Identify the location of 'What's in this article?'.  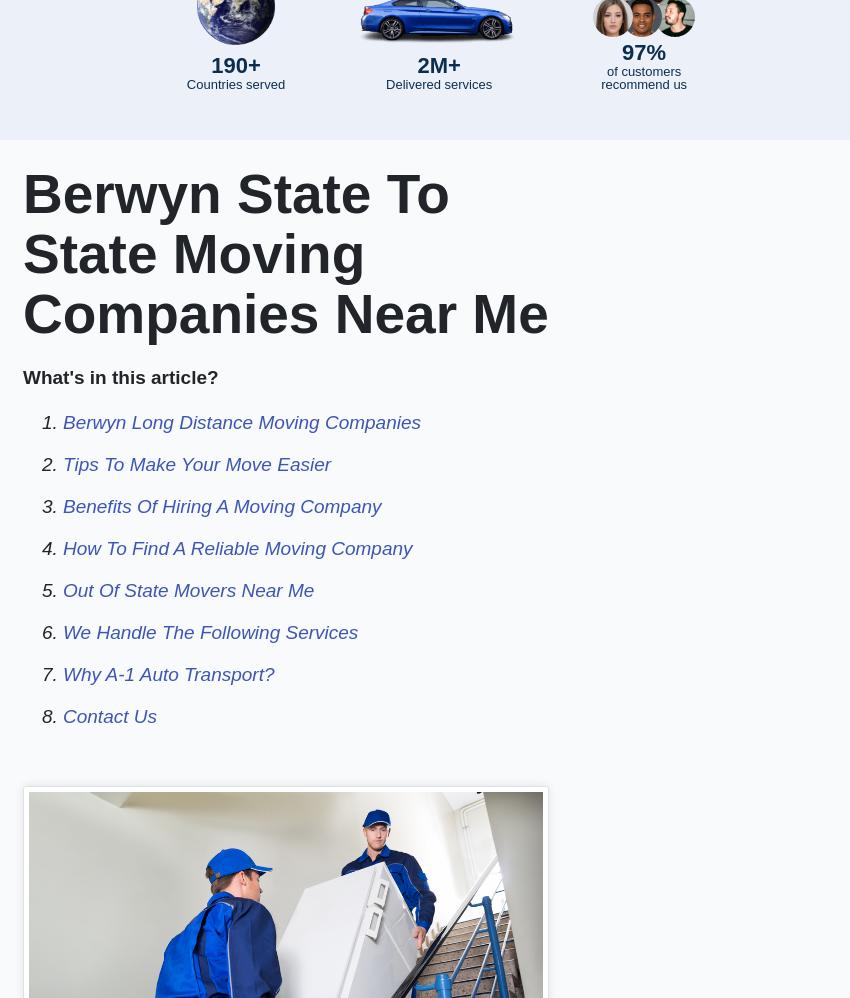
(119, 376).